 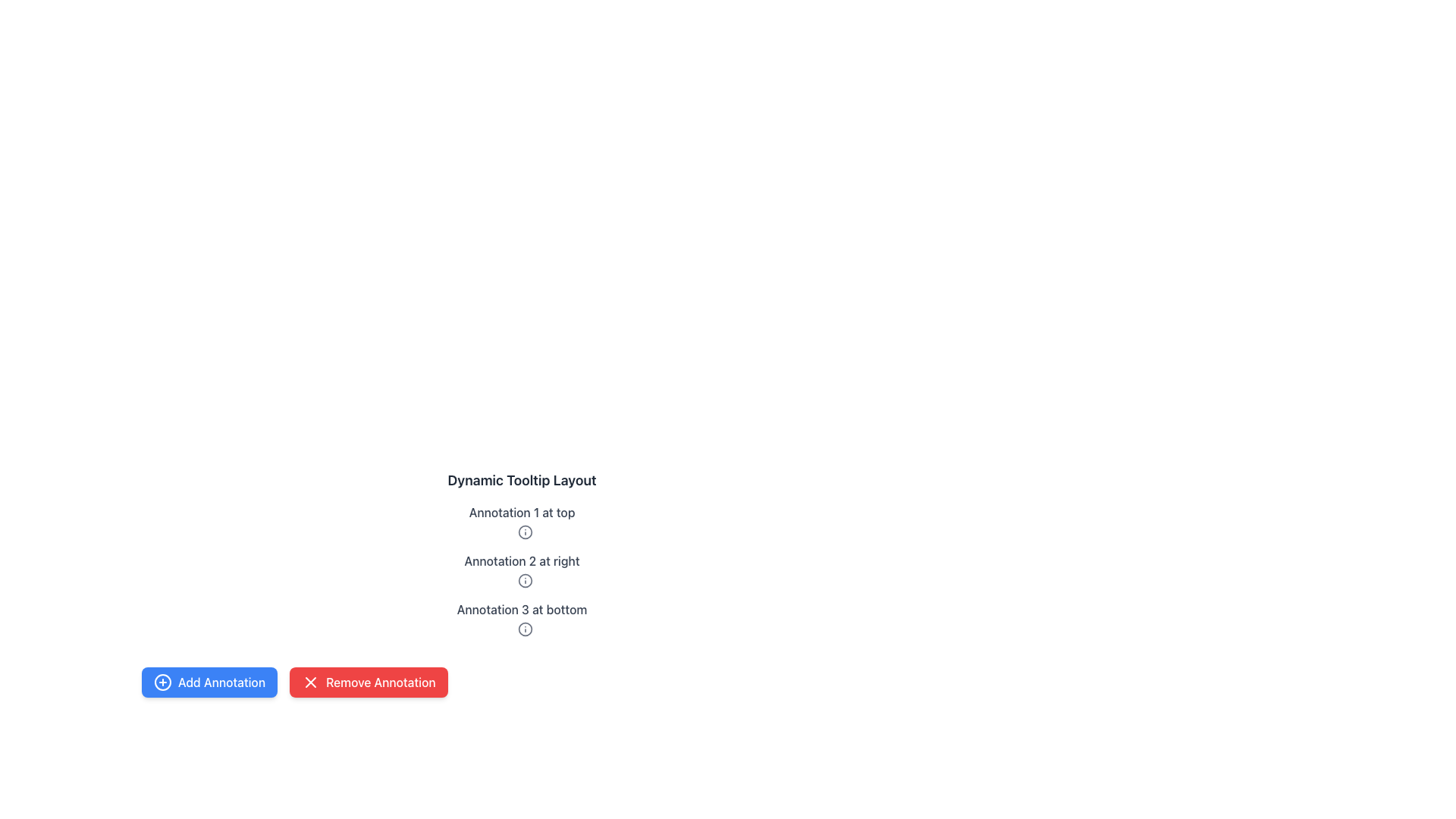 What do you see at coordinates (522, 619) in the screenshot?
I see `the information icon next to the annotation message 'Annotation 3 at bottom'` at bounding box center [522, 619].